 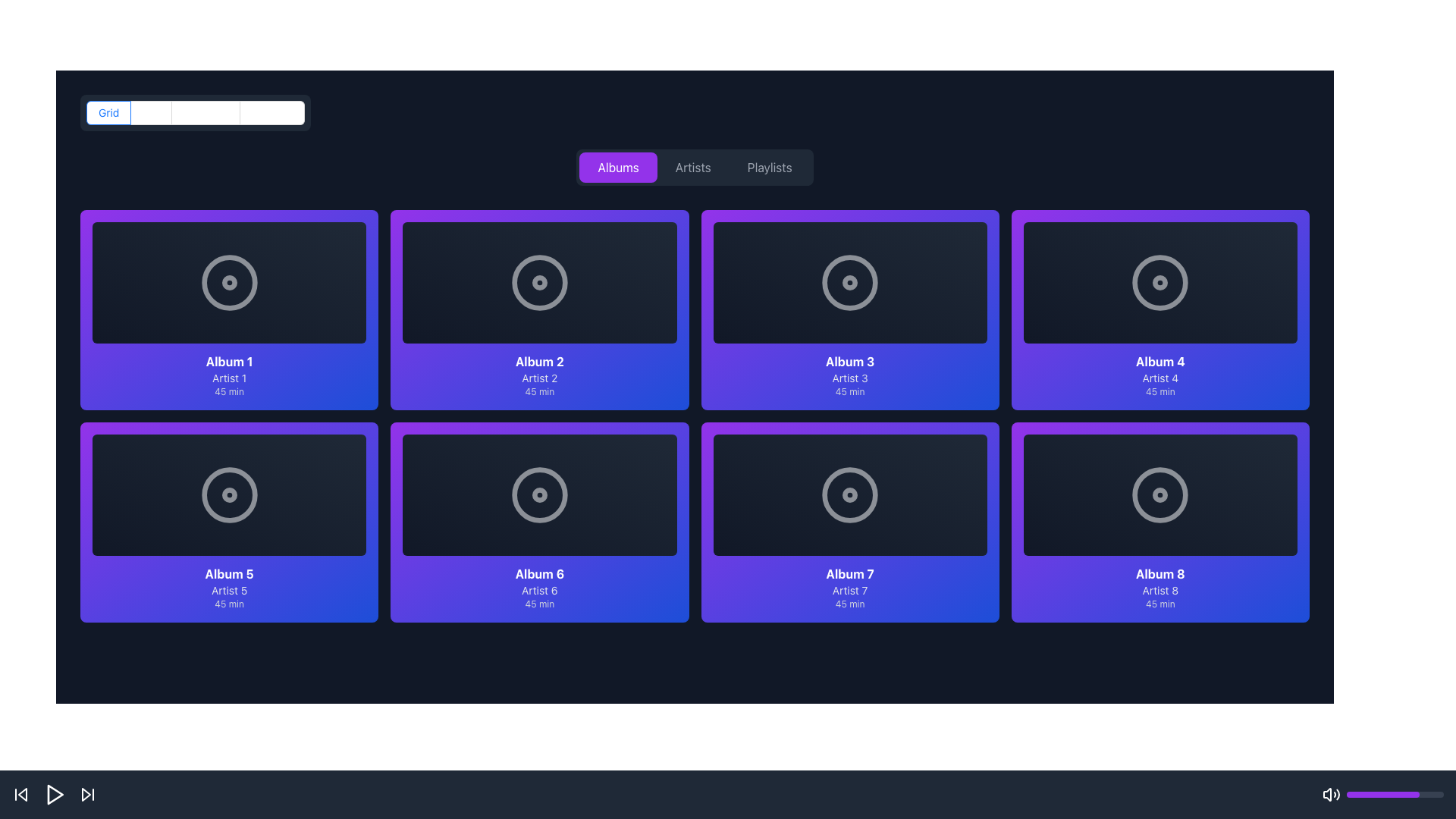 I want to click on progress bar, so click(x=1362, y=794).